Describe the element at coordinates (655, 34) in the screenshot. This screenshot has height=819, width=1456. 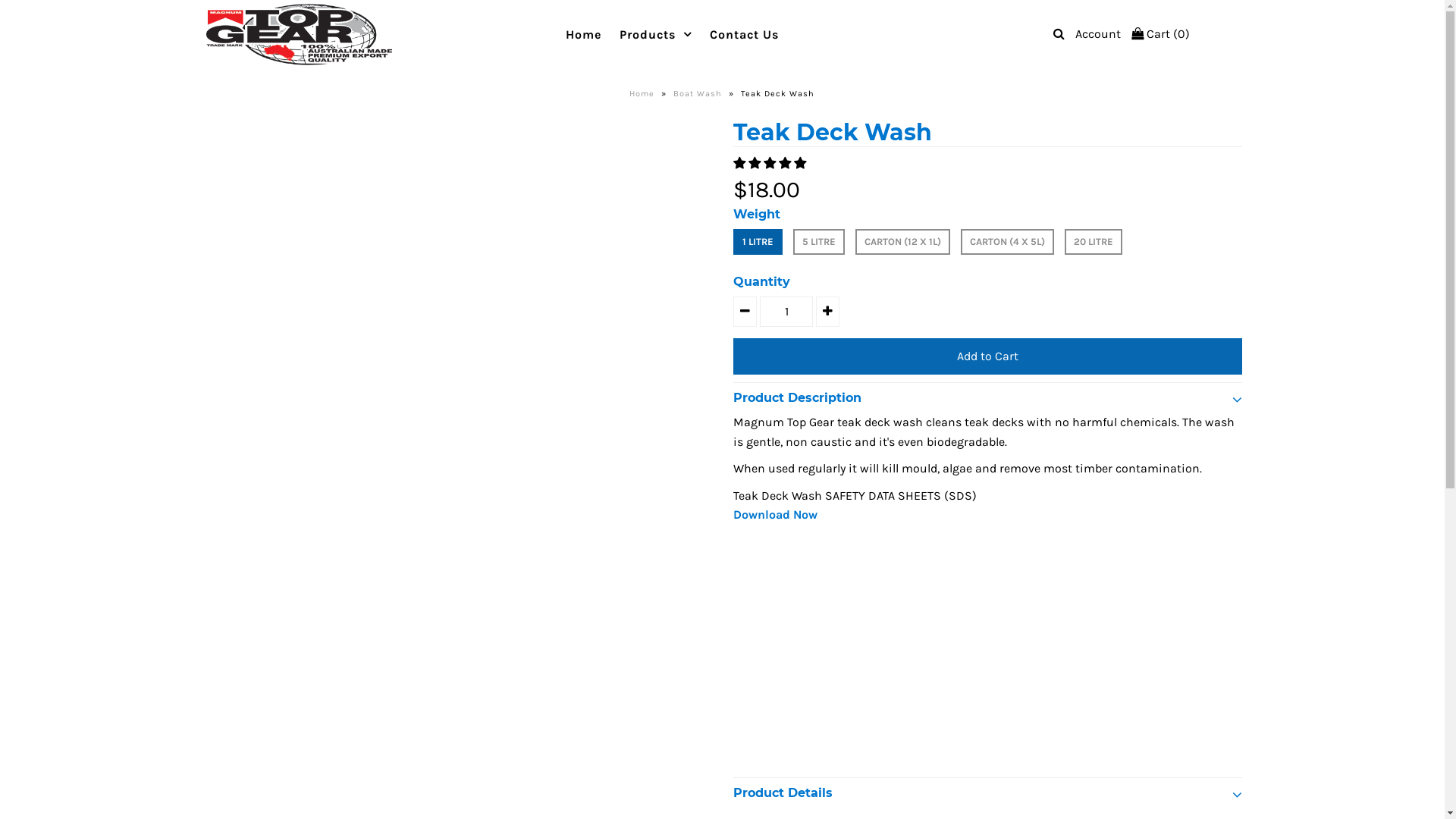
I see `'Products'` at that location.